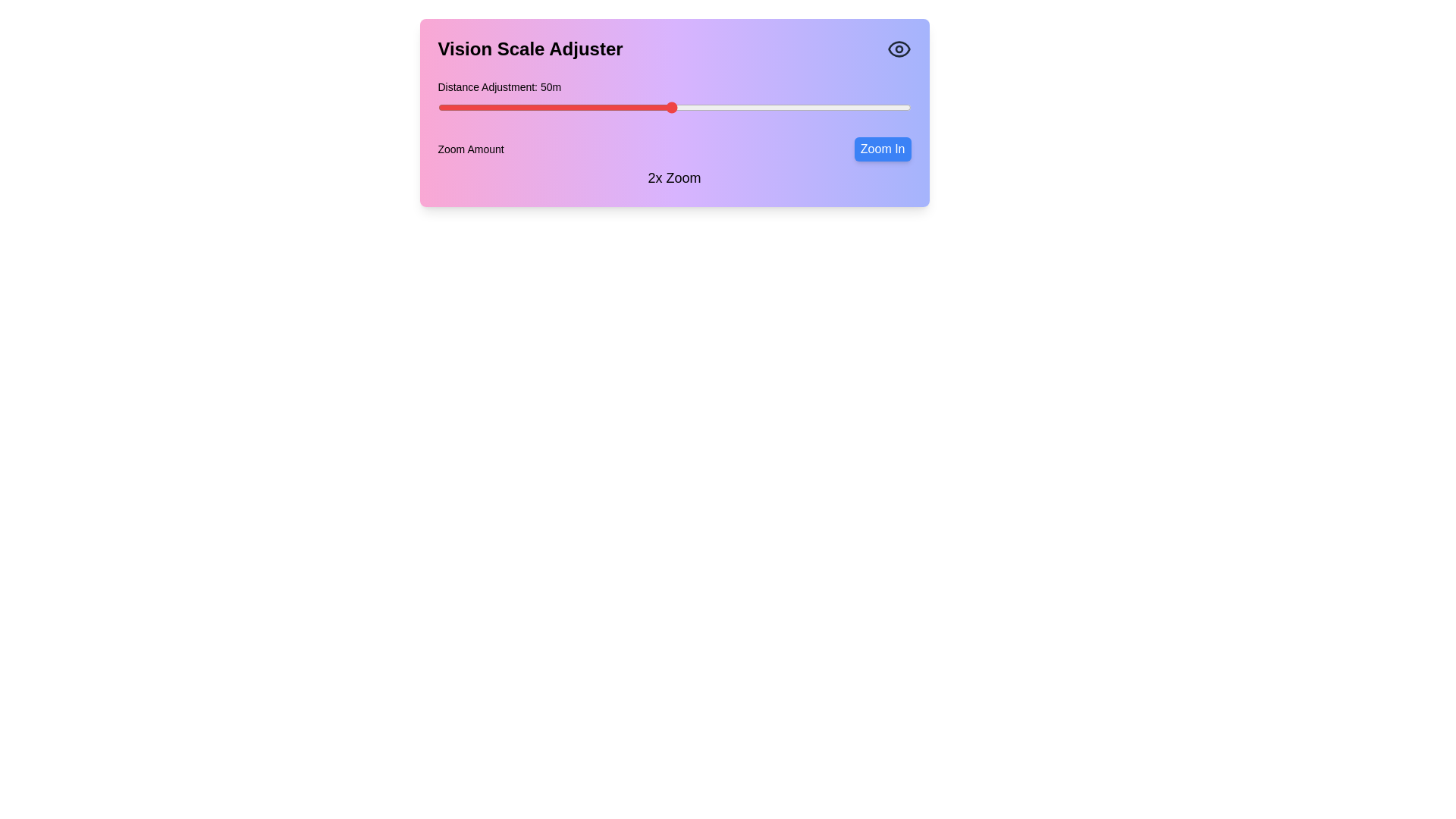 The image size is (1456, 819). I want to click on the distance adjustment, so click(686, 107).